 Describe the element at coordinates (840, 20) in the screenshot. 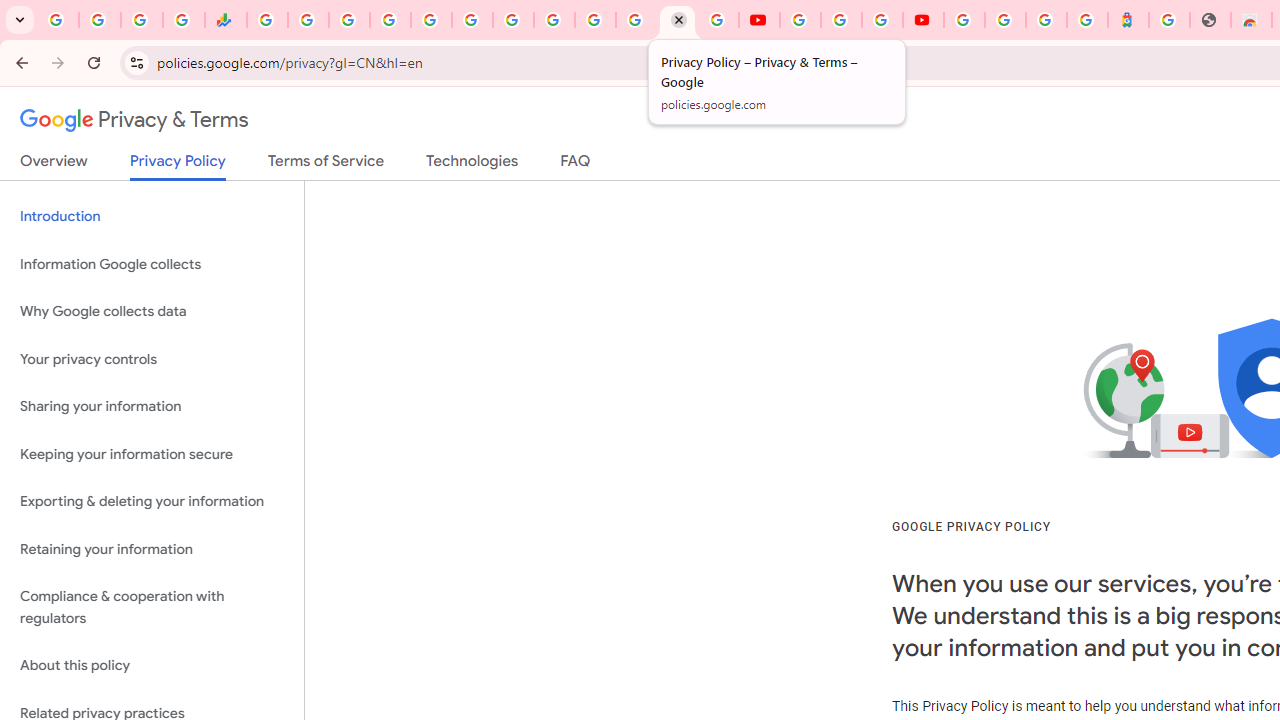

I see `'Google Account Help'` at that location.